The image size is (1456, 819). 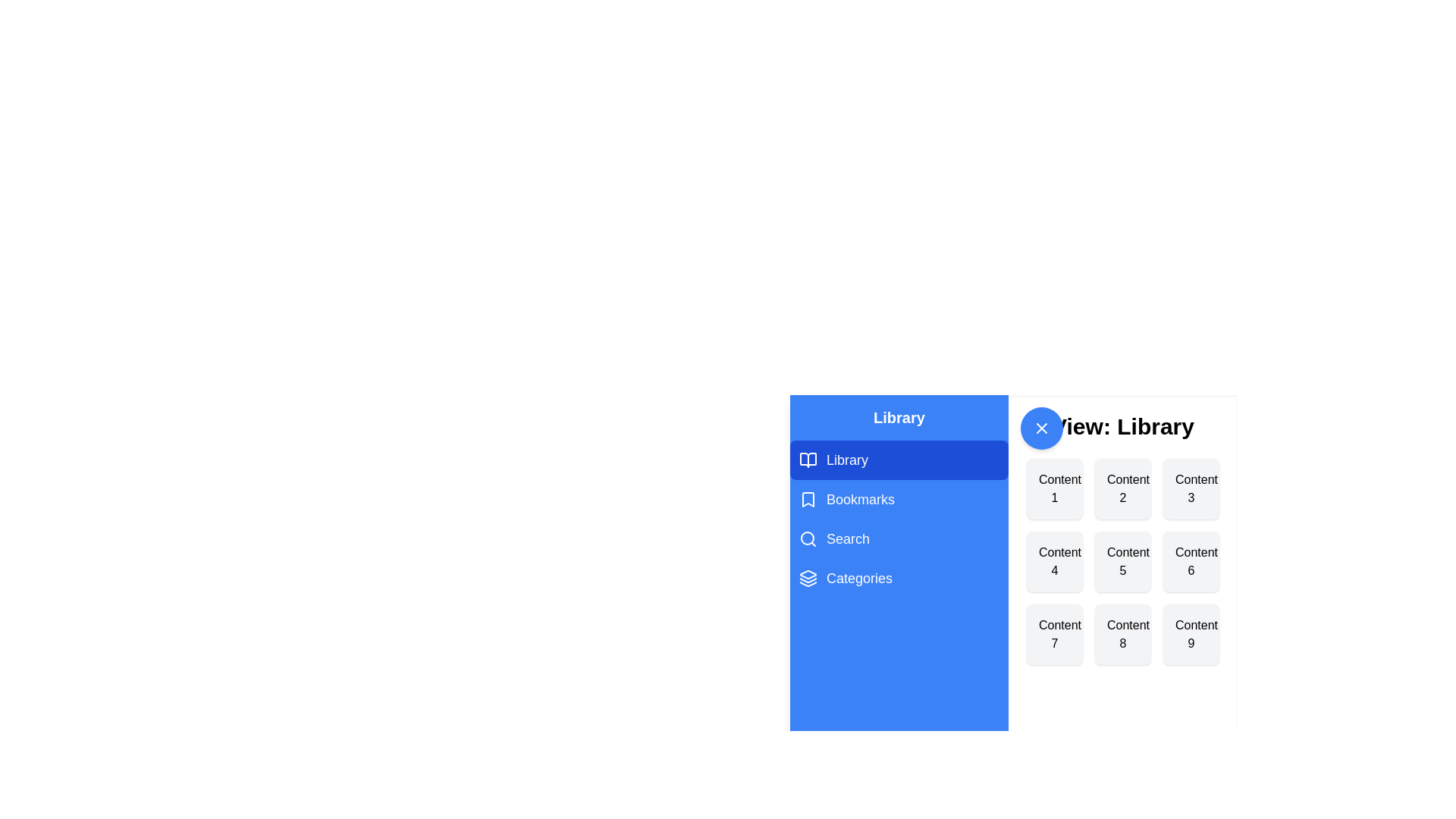 What do you see at coordinates (1040, 428) in the screenshot?
I see `button with the X icon to close the drawer` at bounding box center [1040, 428].